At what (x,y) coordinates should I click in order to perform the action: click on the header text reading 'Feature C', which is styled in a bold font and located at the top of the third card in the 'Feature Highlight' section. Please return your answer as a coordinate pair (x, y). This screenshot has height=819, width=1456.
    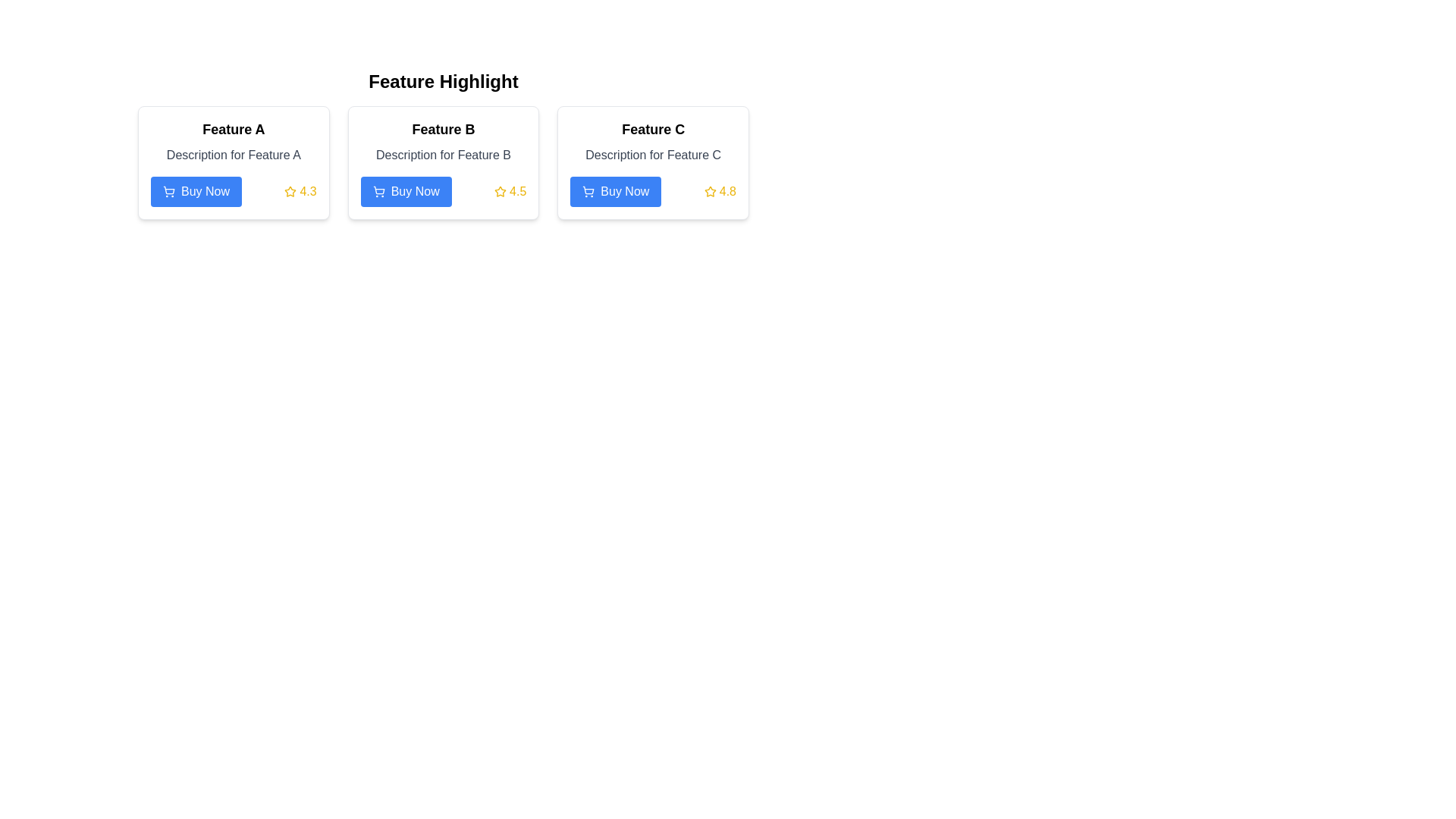
    Looking at the image, I should click on (653, 128).